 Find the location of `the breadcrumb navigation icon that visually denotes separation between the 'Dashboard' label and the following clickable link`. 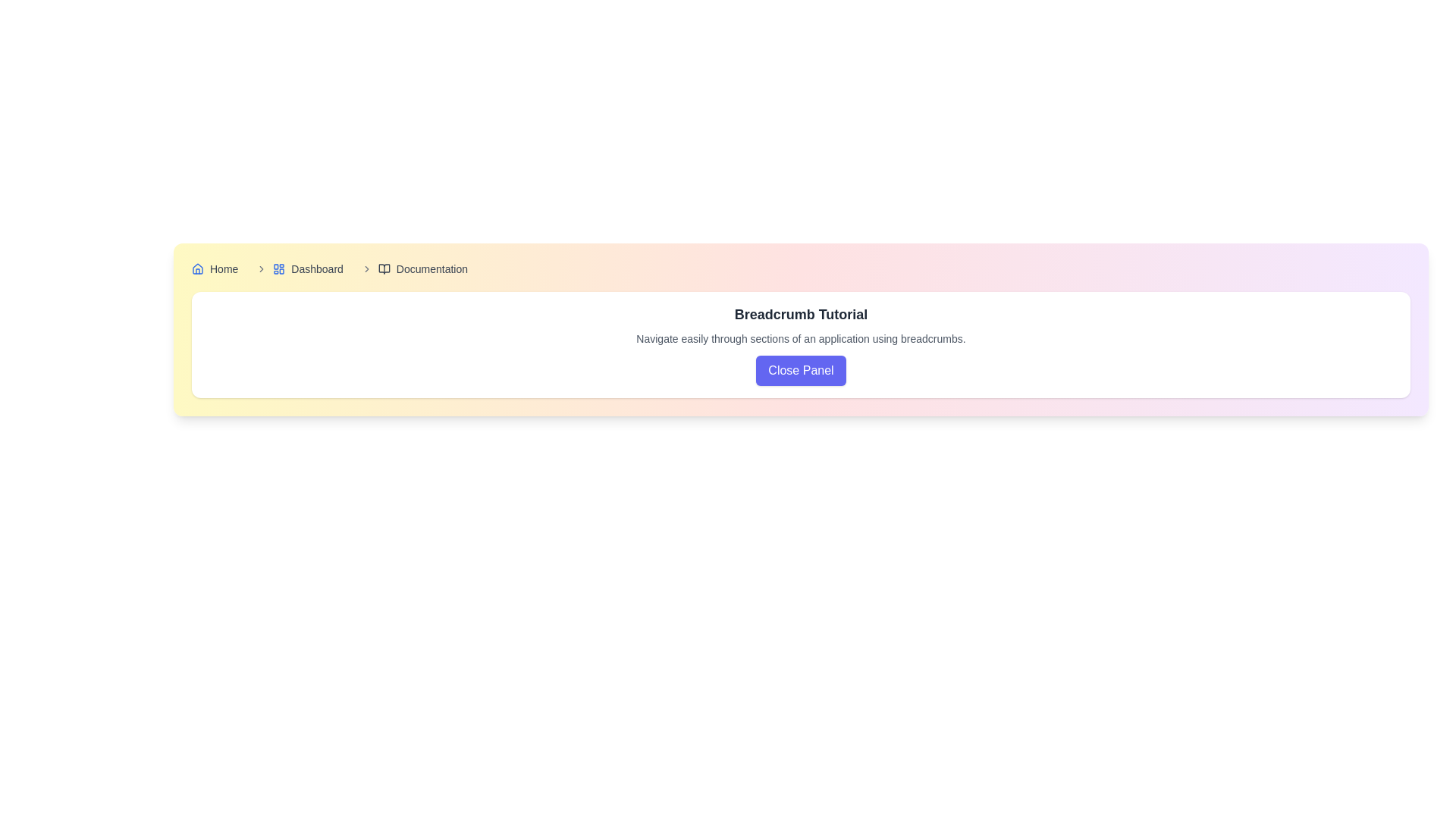

the breadcrumb navigation icon that visually denotes separation between the 'Dashboard' label and the following clickable link is located at coordinates (262, 268).